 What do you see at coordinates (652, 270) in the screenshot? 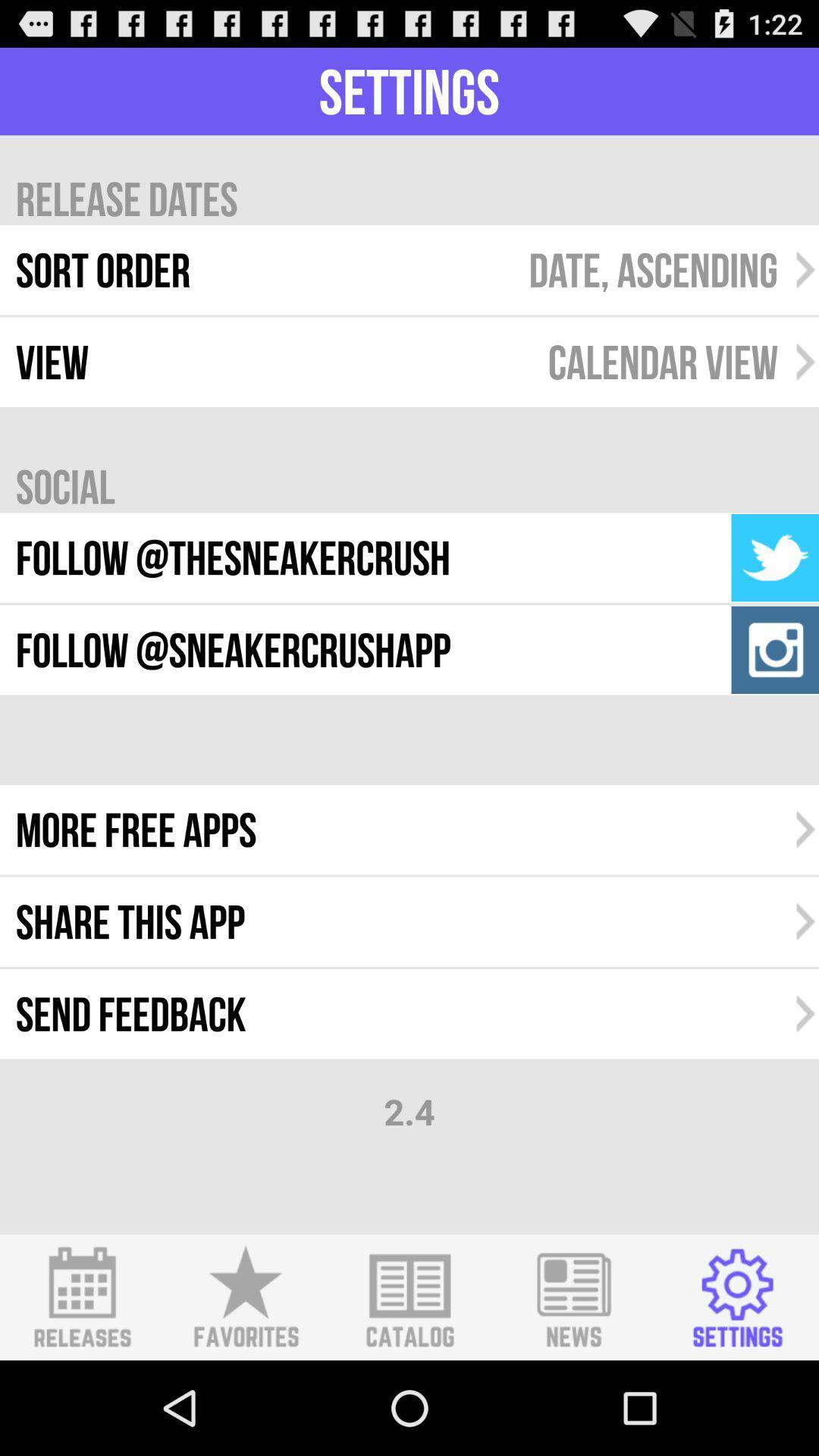
I see `the date, ascending icon` at bounding box center [652, 270].